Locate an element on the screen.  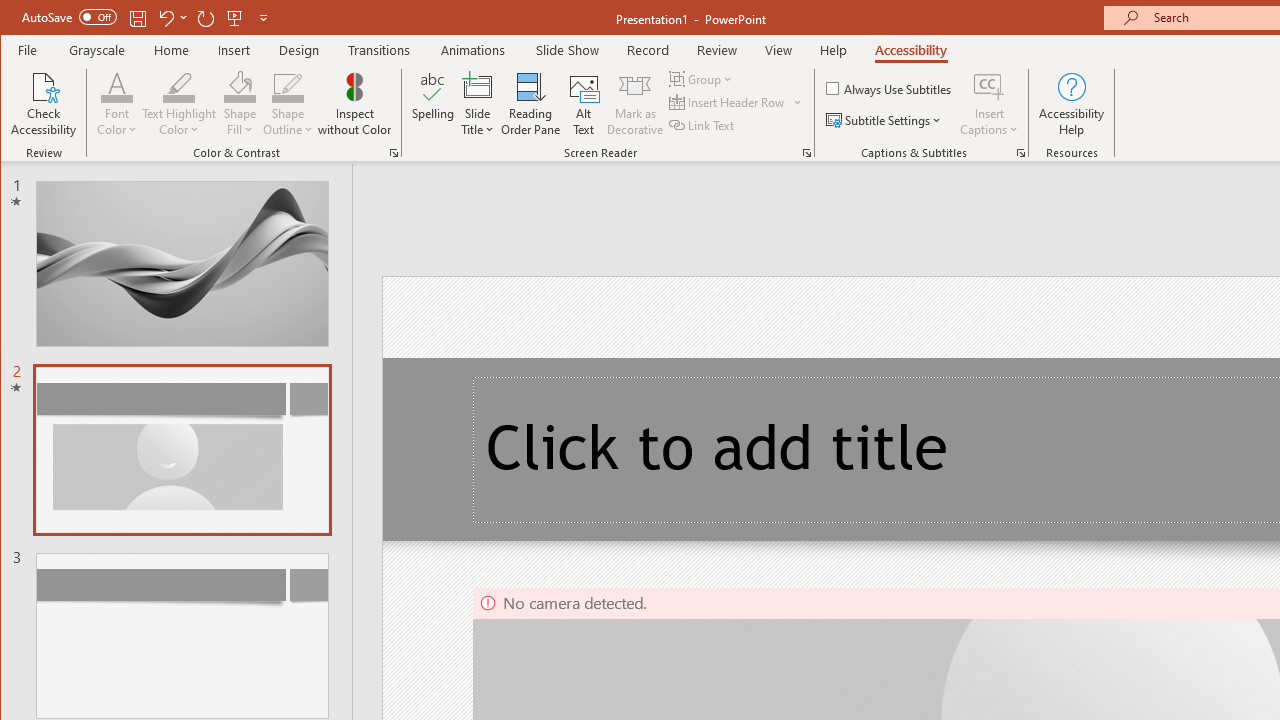
'Slide Title' is located at coordinates (477, 85).